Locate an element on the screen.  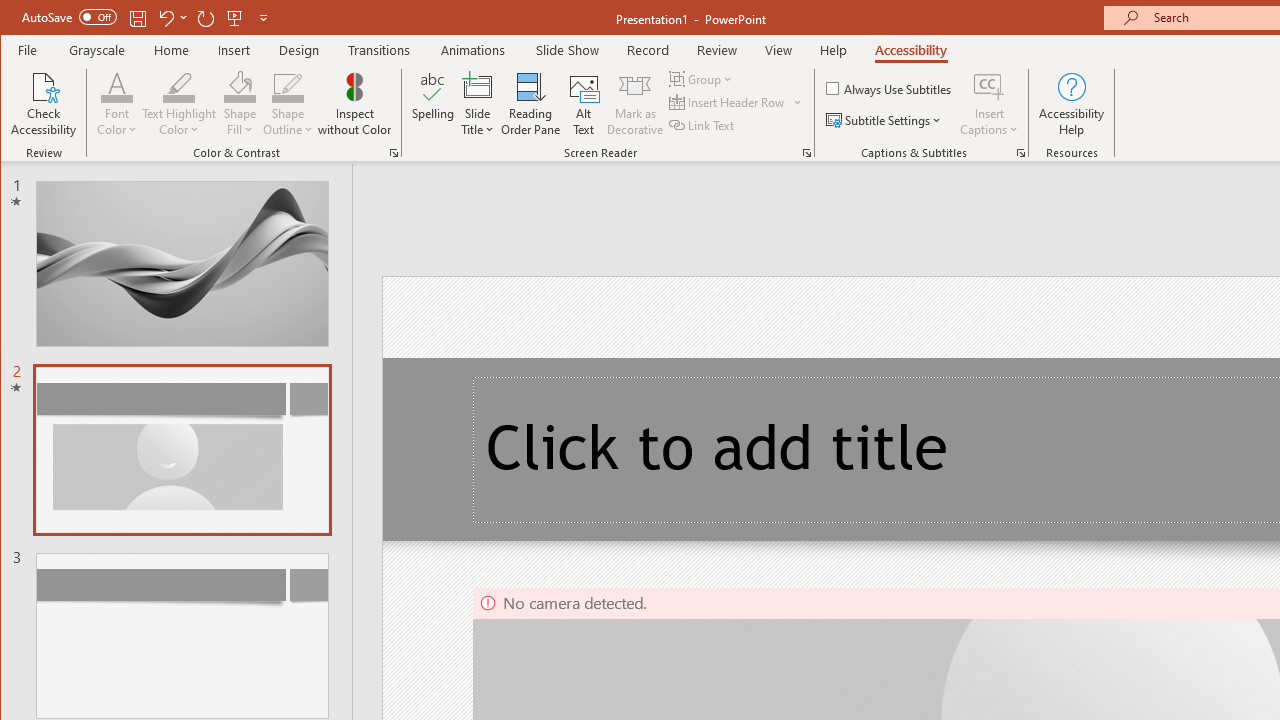
'Slide Title' is located at coordinates (477, 85).